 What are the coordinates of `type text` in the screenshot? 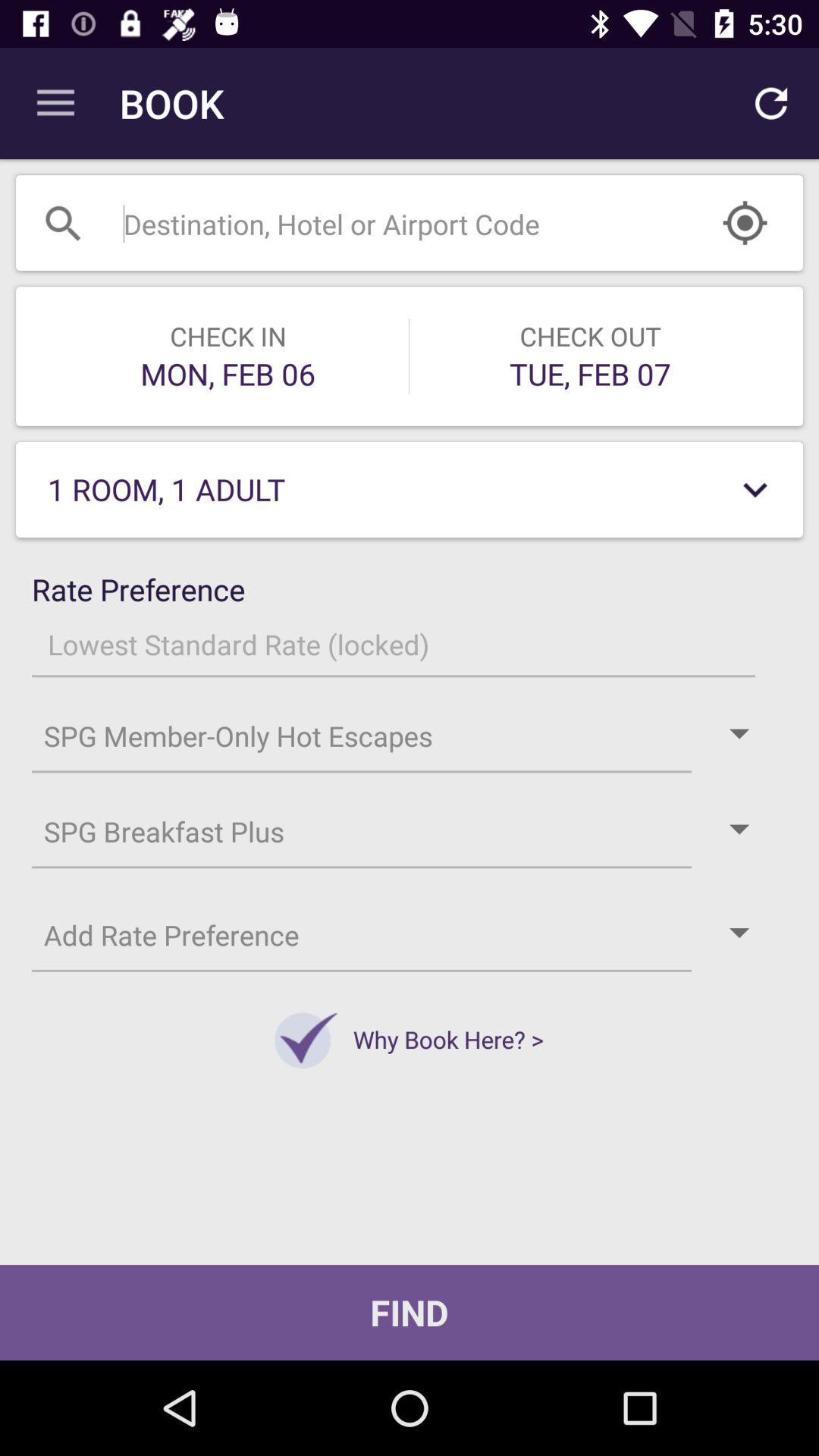 It's located at (371, 221).